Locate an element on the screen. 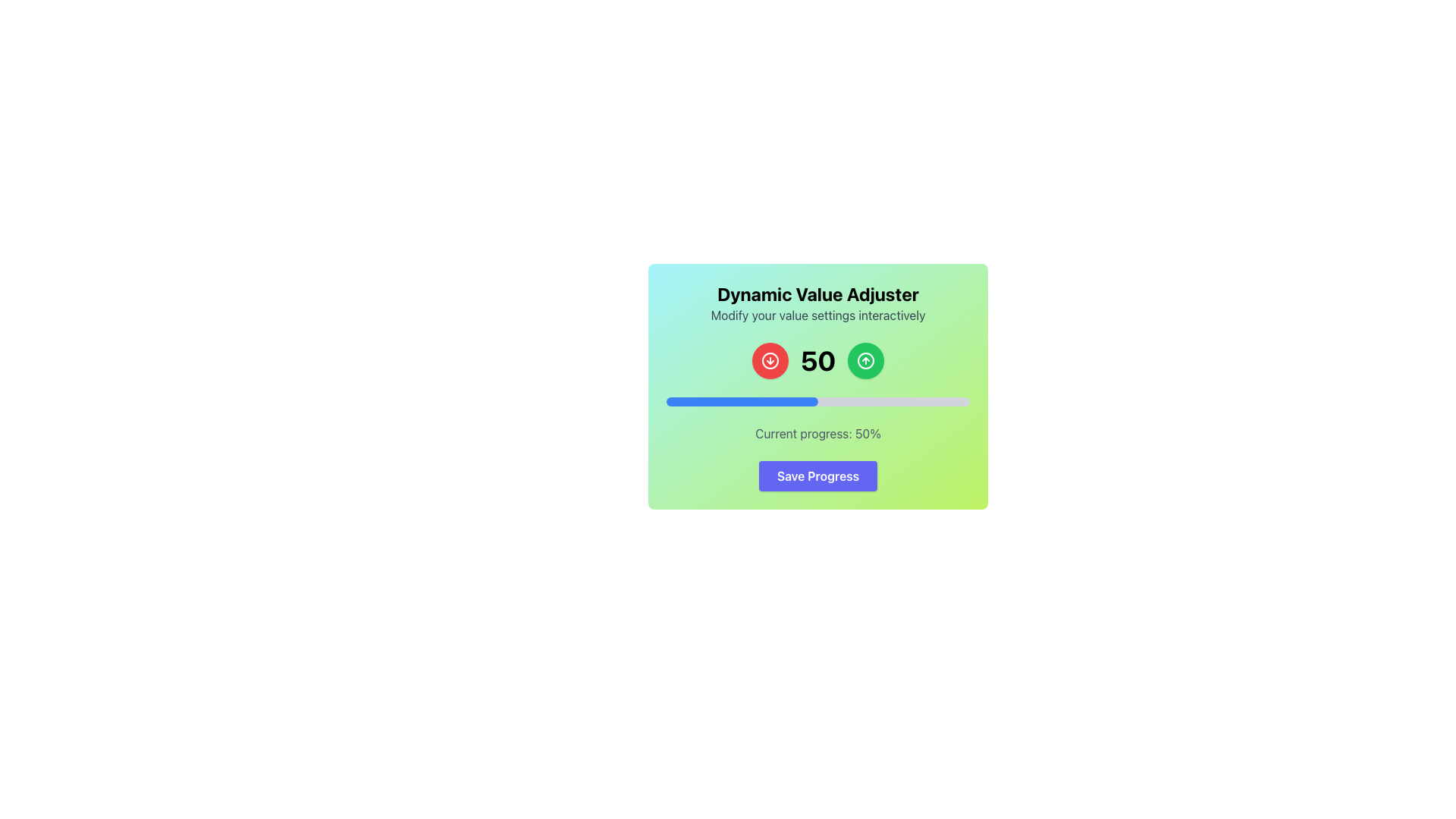 The height and width of the screenshot is (819, 1456). the instructional text located beneath the 'Dynamic Value Adjuster' heading is located at coordinates (817, 315).